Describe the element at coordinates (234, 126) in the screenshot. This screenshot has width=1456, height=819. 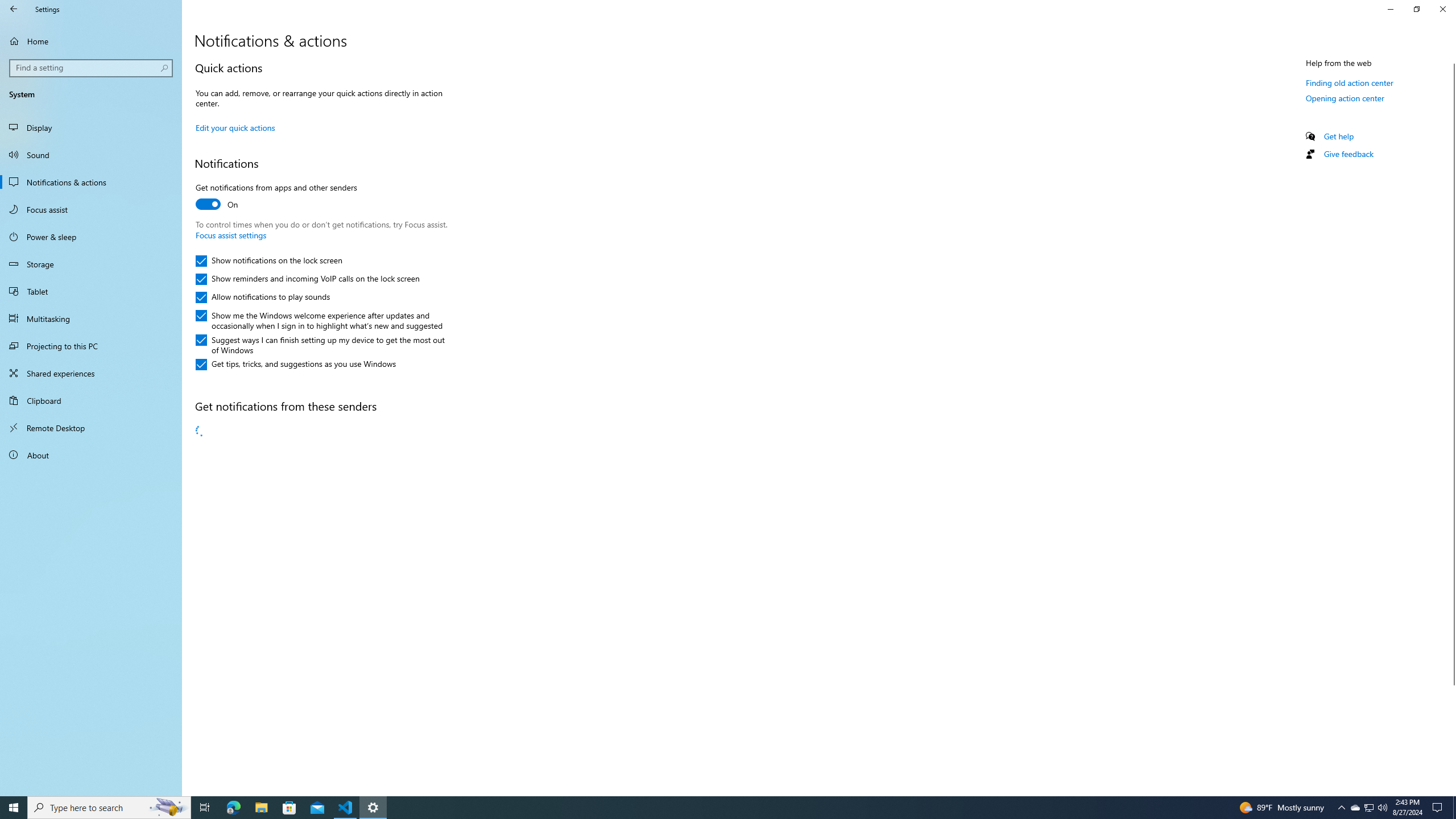
I see `'Edit your quick actions'` at that location.